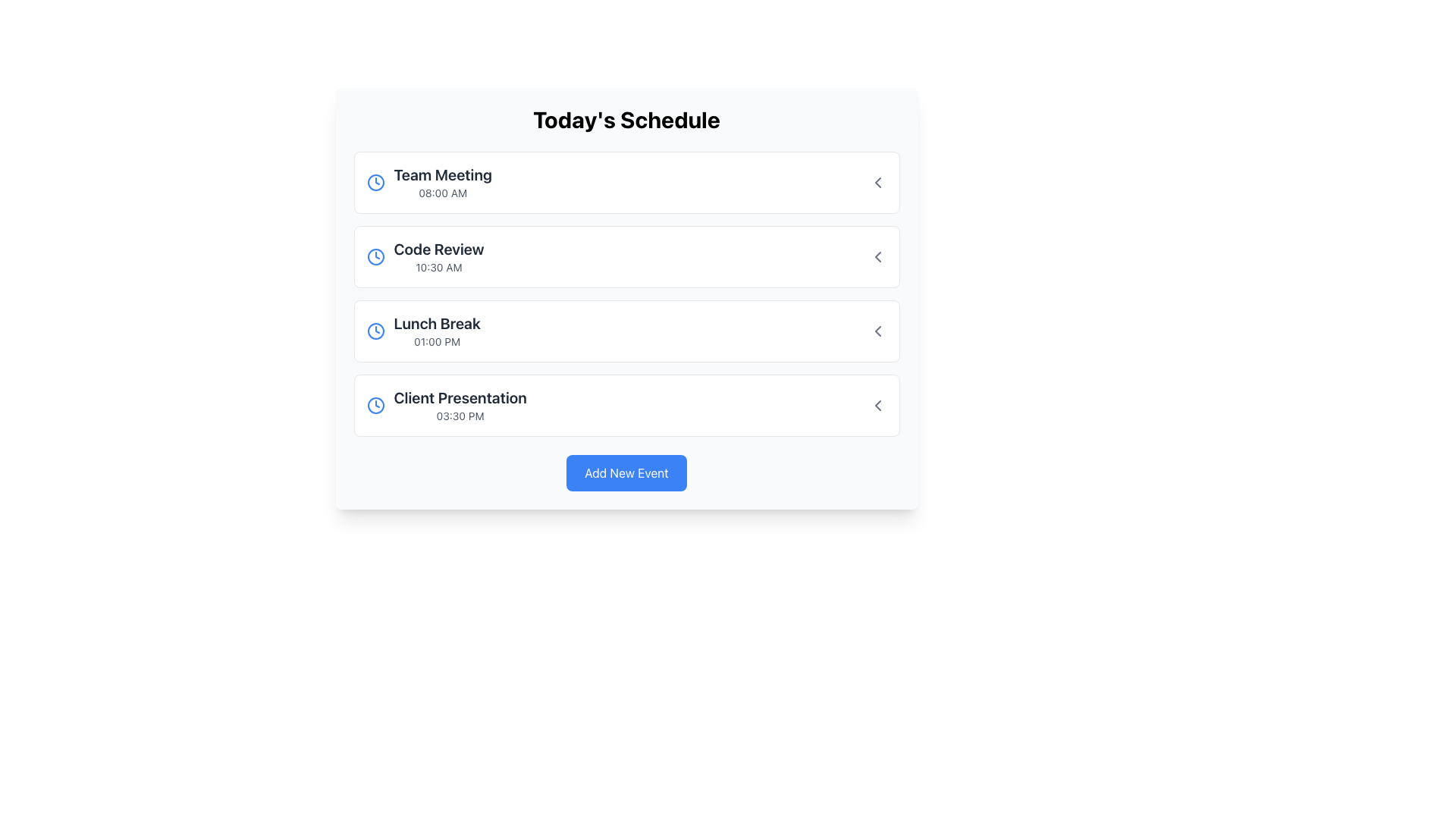 This screenshot has width=1456, height=819. I want to click on the static text displaying '03:30 PM', which is styled in a smaller font and lighter gray color, located beneath the 'Client Presentation' title in the schedule list, so click(460, 416).